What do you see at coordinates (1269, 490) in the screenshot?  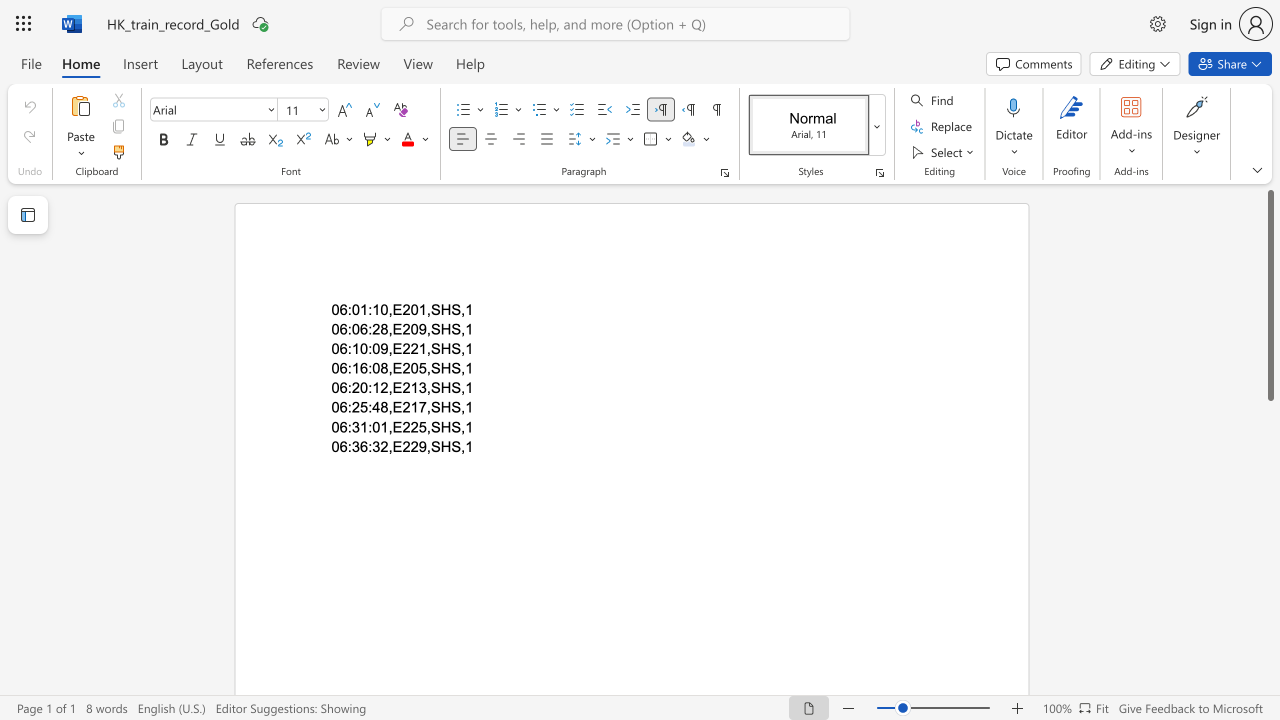 I see `the scrollbar to move the page down` at bounding box center [1269, 490].